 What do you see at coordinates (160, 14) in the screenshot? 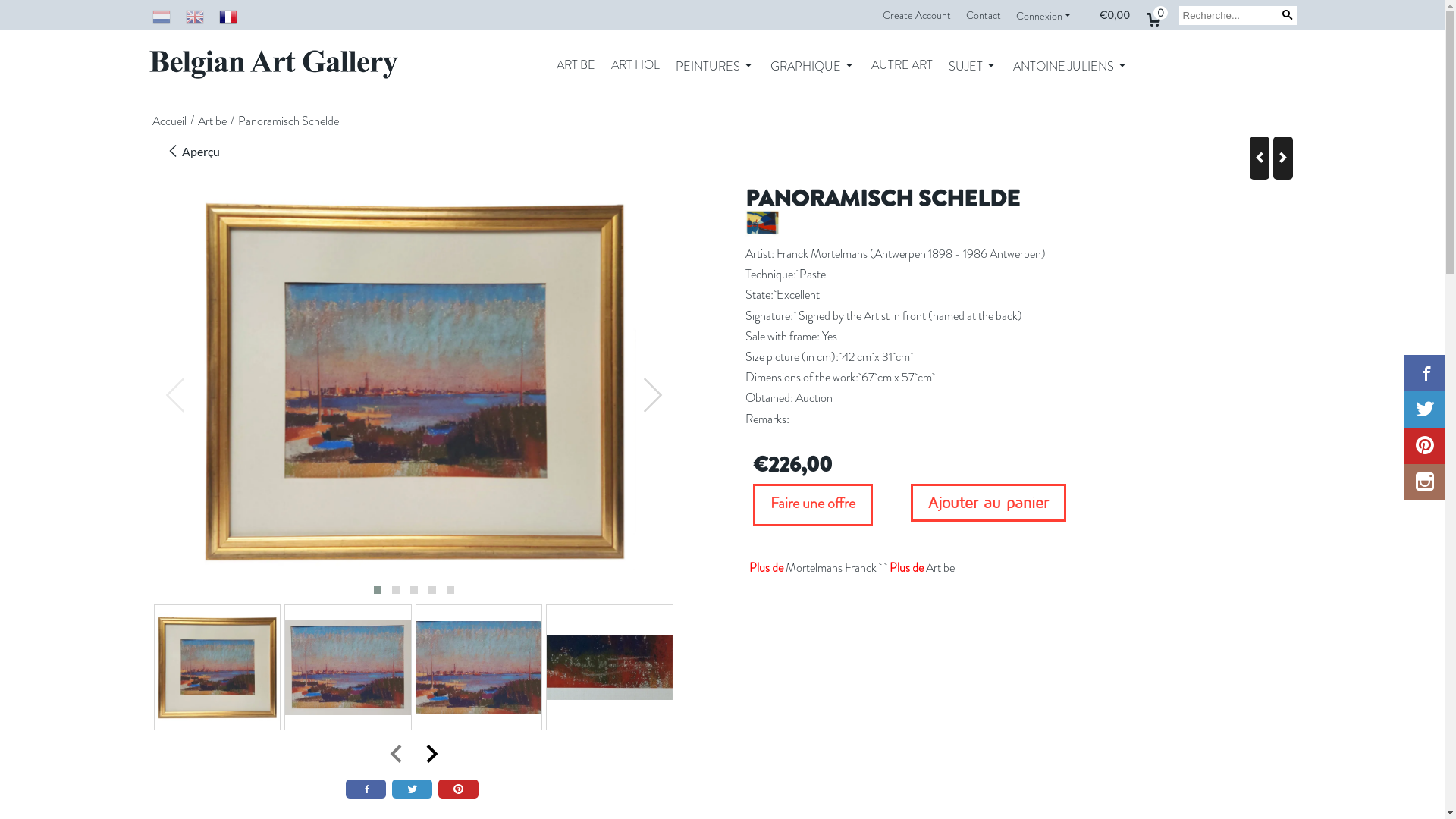
I see `'Nederlands'` at bounding box center [160, 14].